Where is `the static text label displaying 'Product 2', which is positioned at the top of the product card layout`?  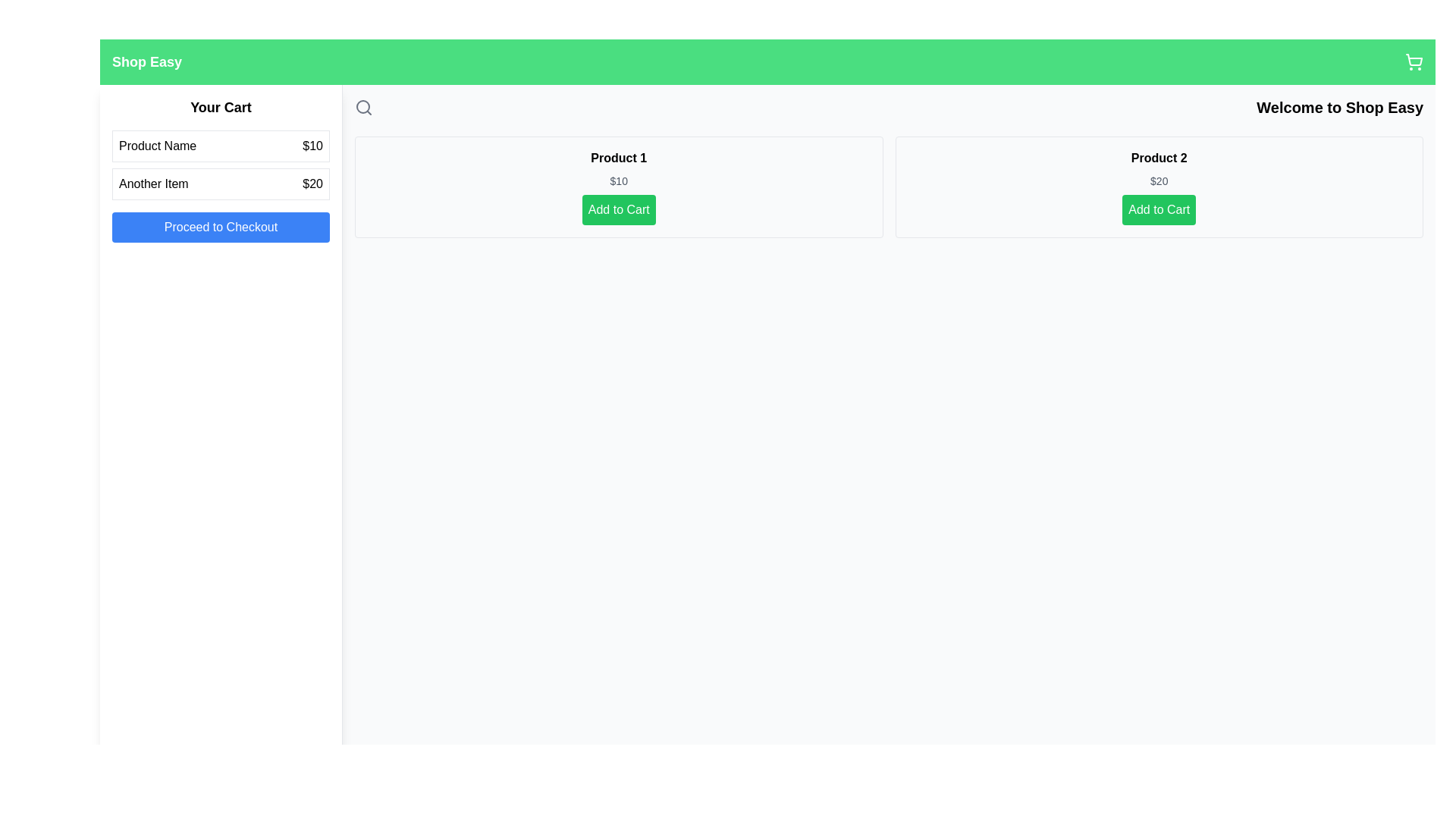
the static text label displaying 'Product 2', which is positioned at the top of the product card layout is located at coordinates (1158, 158).